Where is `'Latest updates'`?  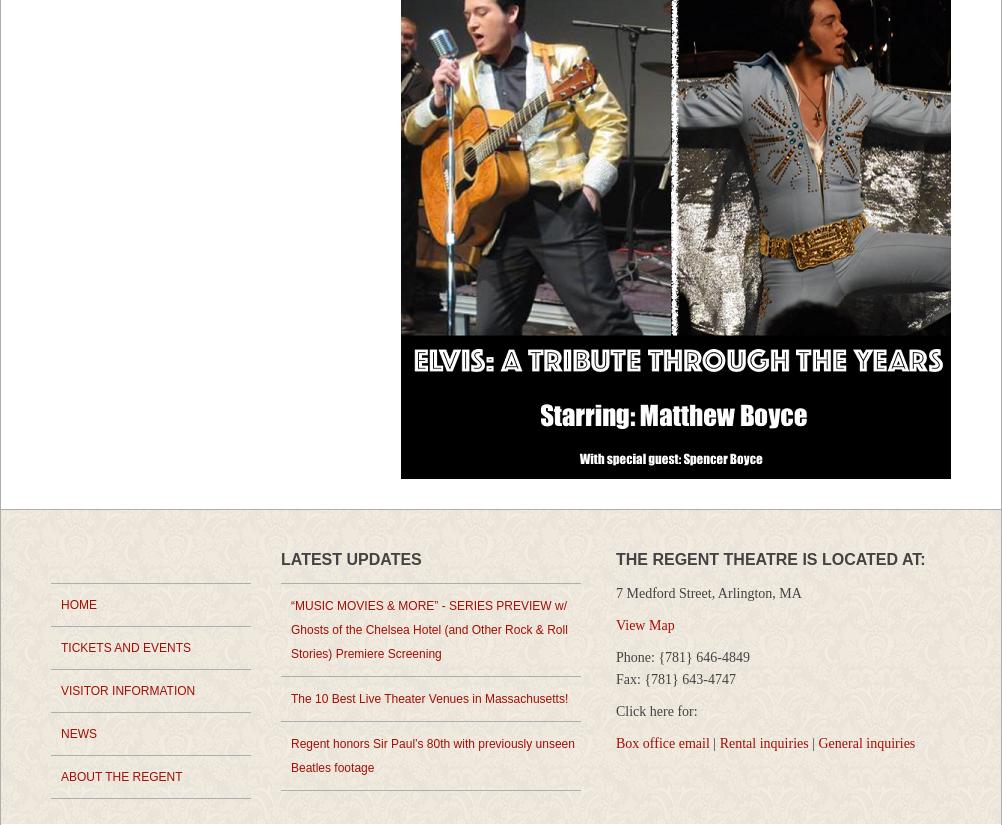
'Latest updates' is located at coordinates (351, 559).